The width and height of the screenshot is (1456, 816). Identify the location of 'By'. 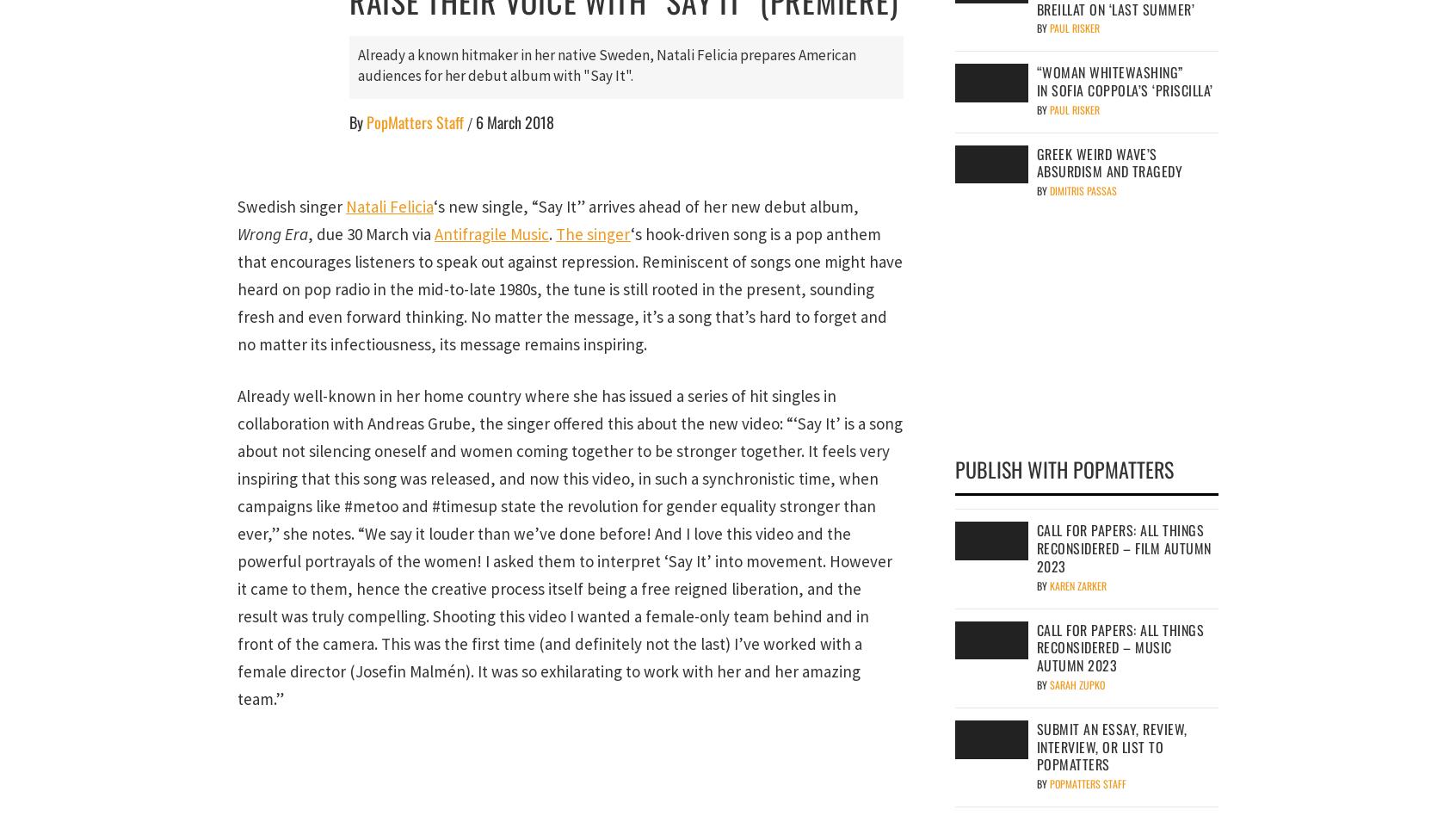
(356, 121).